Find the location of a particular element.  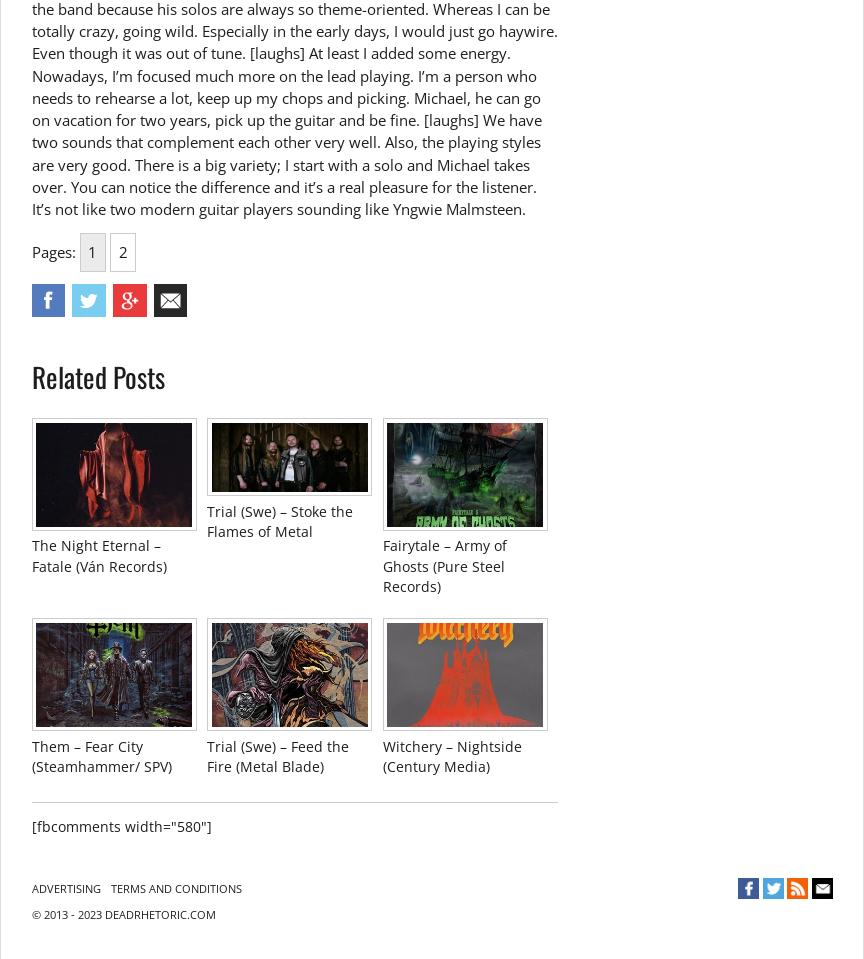

'[fbcomments width="580"]' is located at coordinates (119, 824).